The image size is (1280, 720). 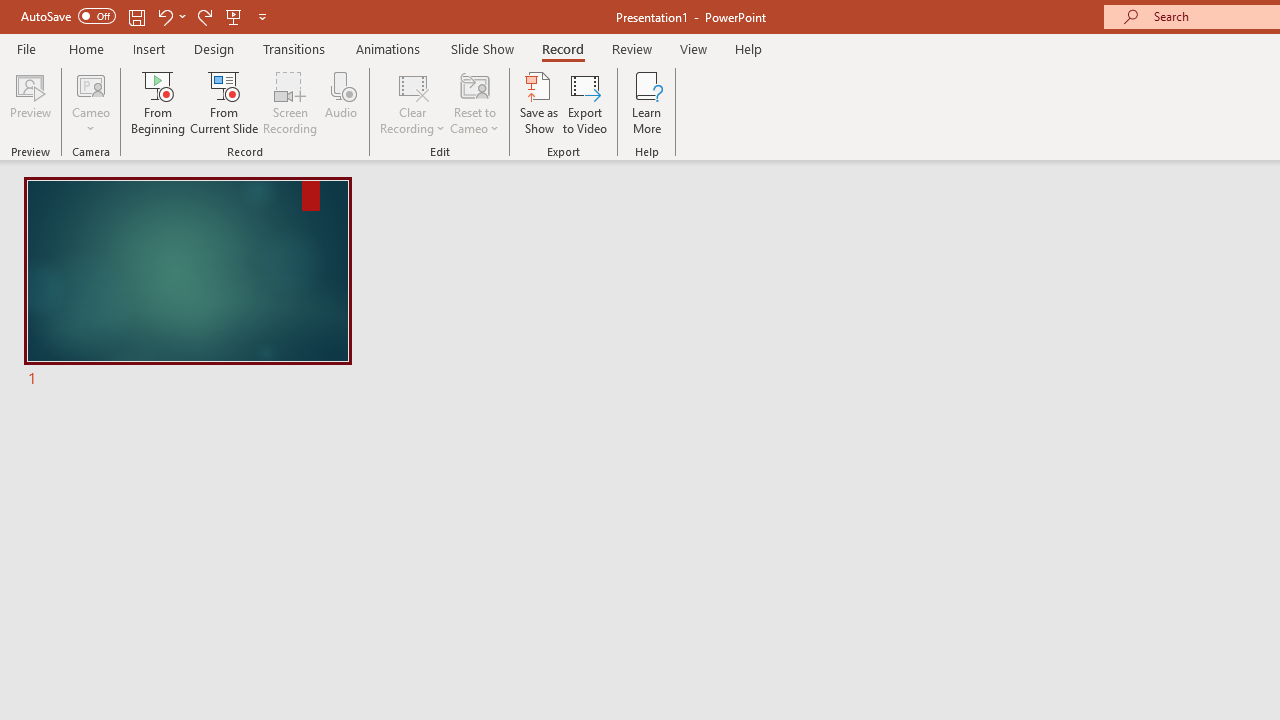 I want to click on 'Reset to Cameo', so click(x=473, y=103).